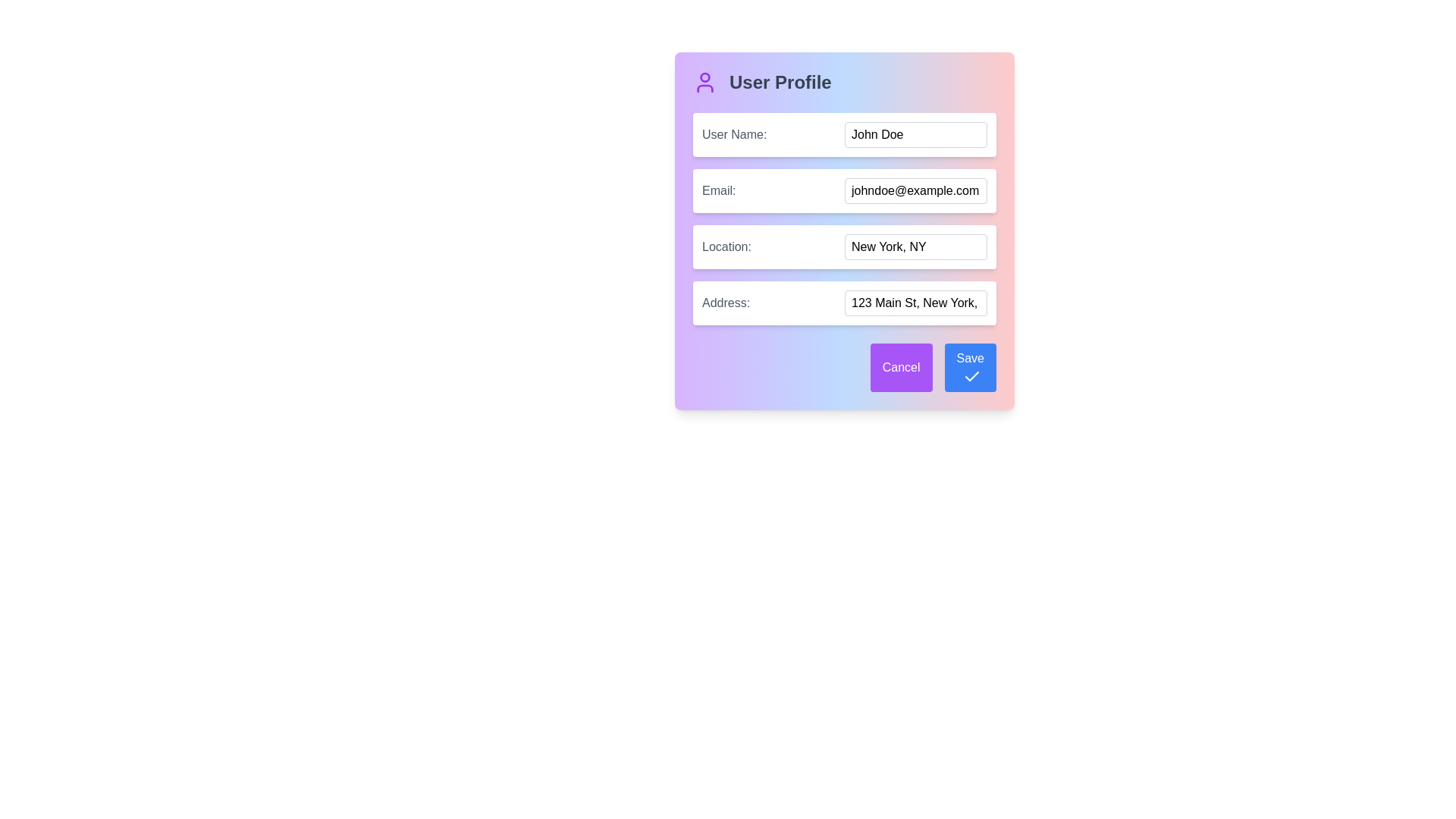 The height and width of the screenshot is (819, 1456). Describe the element at coordinates (843, 246) in the screenshot. I see `the Form field labeled 'Location:' which contains the text input displaying 'New York, NY'` at that location.